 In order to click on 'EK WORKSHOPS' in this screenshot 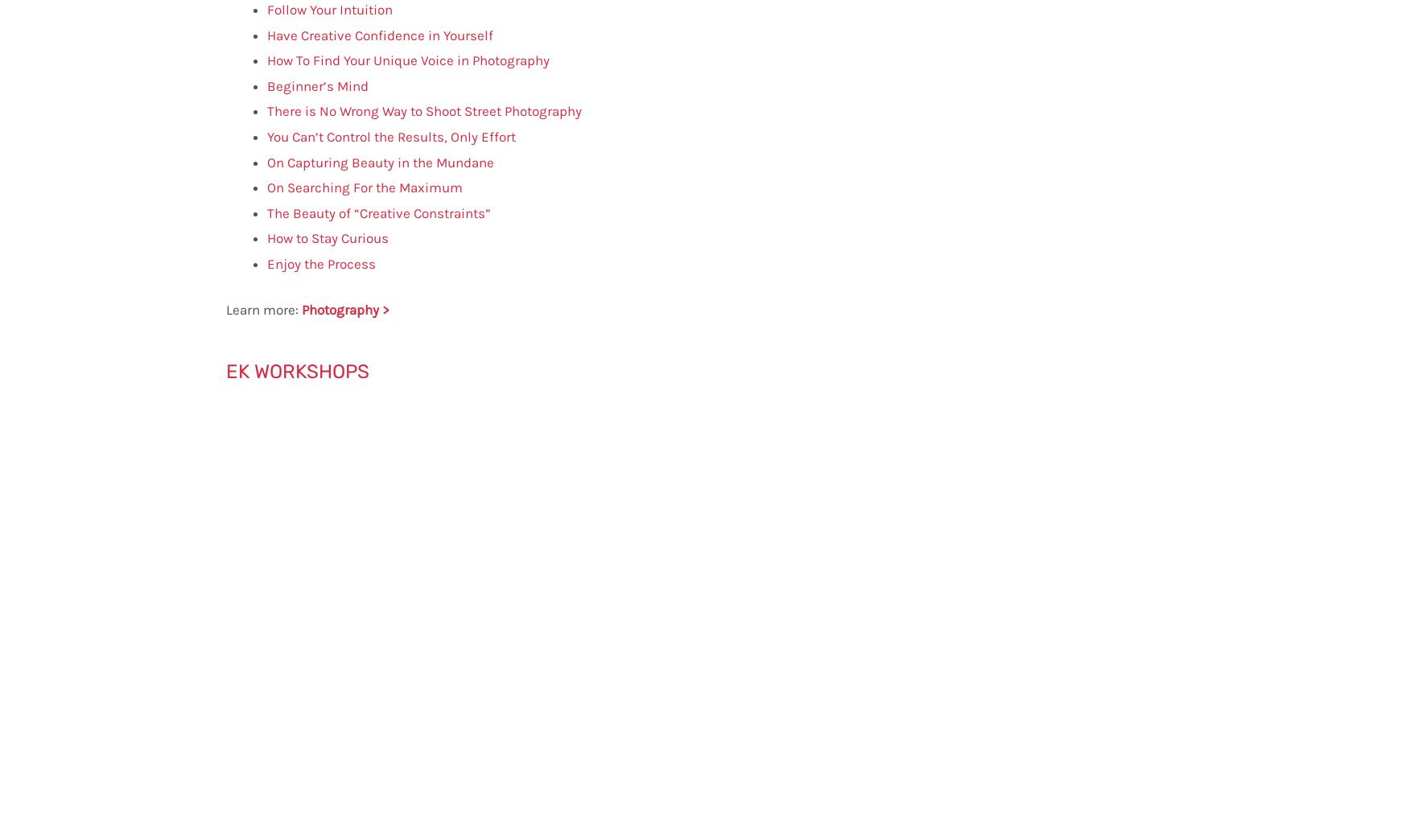, I will do `click(298, 371)`.